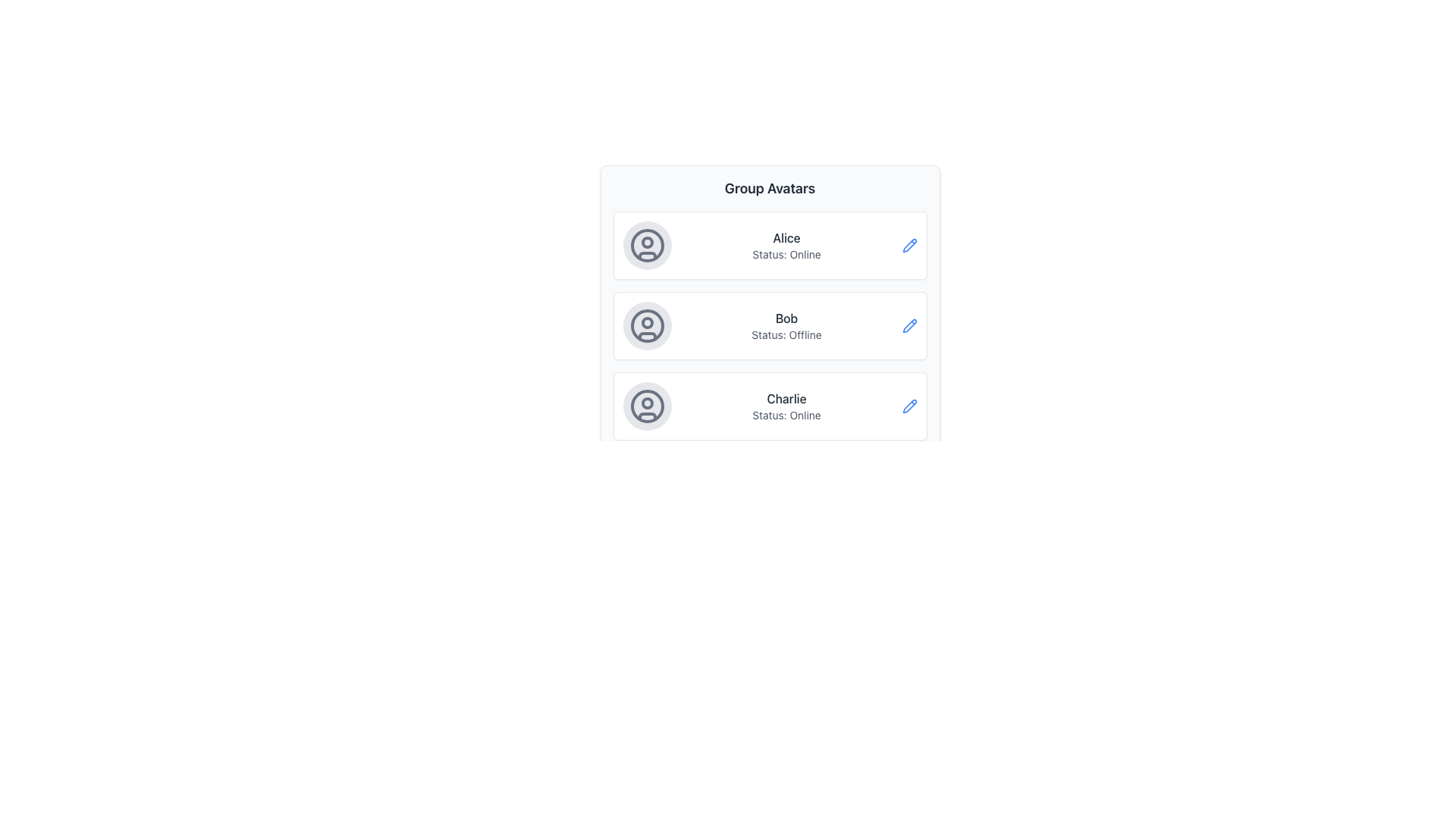 This screenshot has width=1456, height=819. What do you see at coordinates (647, 255) in the screenshot?
I see `the bottom part of the user avatar icon representing the user 'Alice' in the Group Avatars list` at bounding box center [647, 255].